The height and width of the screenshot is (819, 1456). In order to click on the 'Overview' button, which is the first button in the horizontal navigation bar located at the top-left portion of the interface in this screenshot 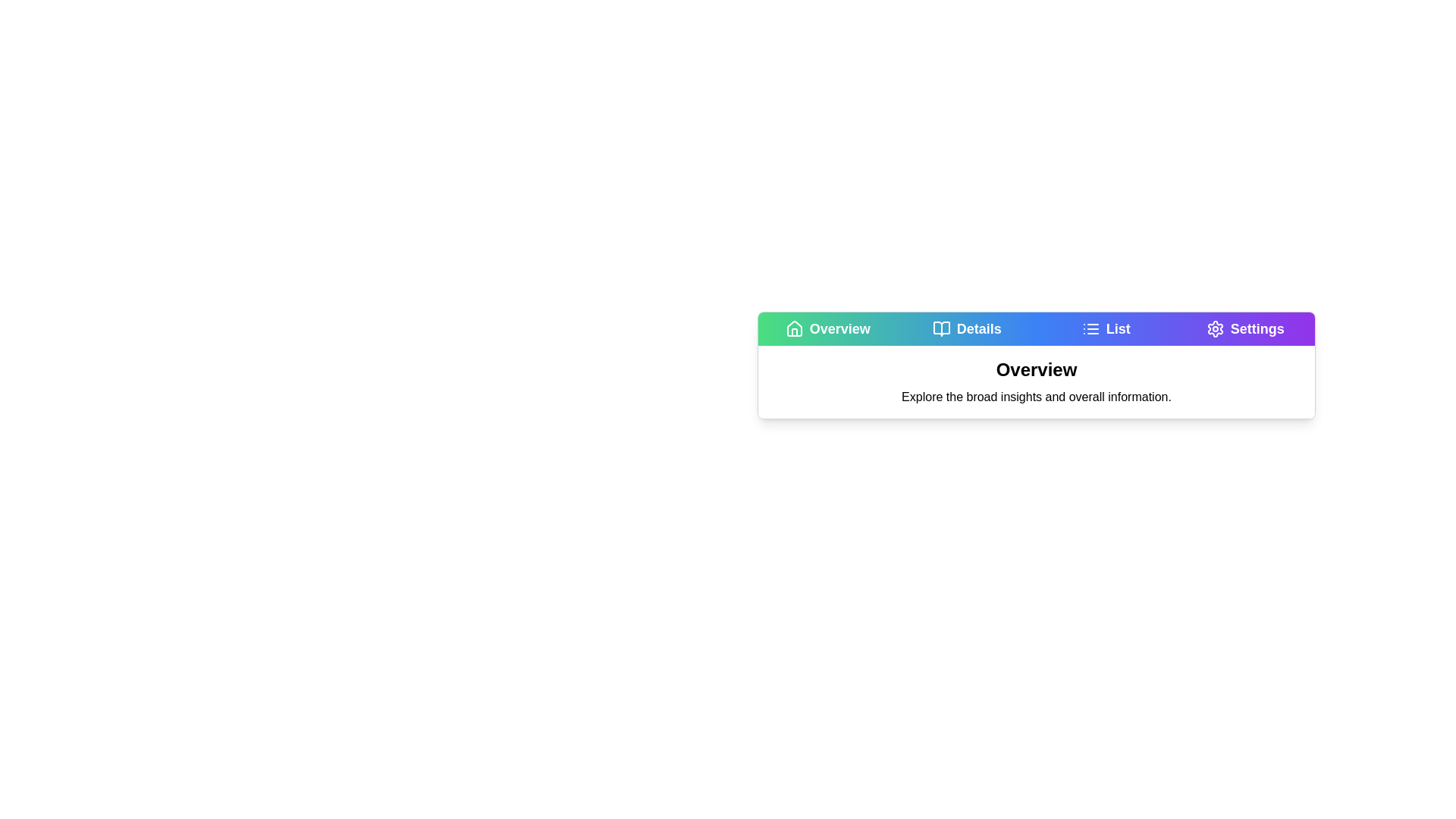, I will do `click(827, 328)`.